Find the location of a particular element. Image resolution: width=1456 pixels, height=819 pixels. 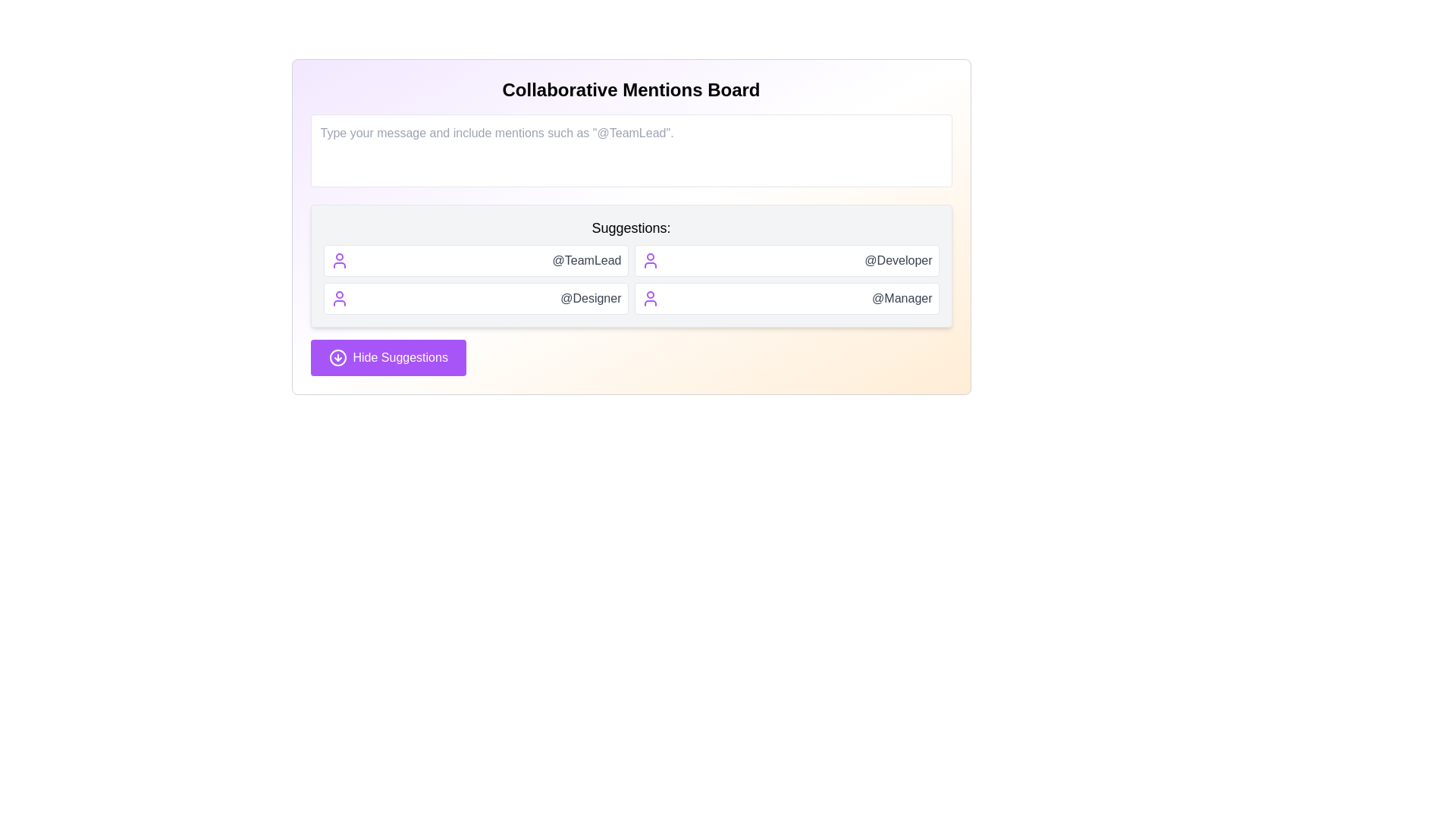

the first button in the 'Suggestions:' section is located at coordinates (475, 259).